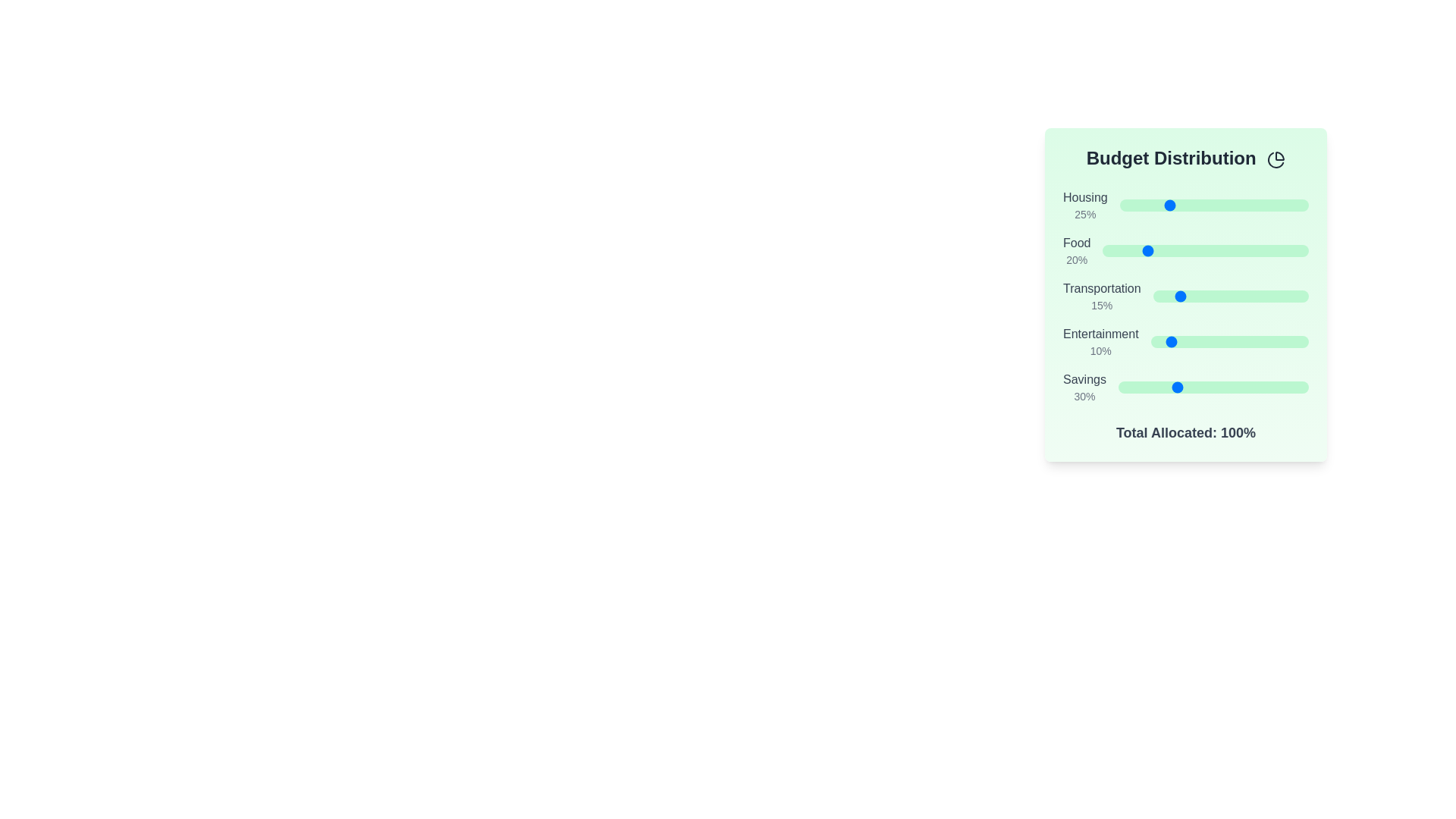  I want to click on the percentage text for Entertainment to read it more clearly, so click(1100, 350).